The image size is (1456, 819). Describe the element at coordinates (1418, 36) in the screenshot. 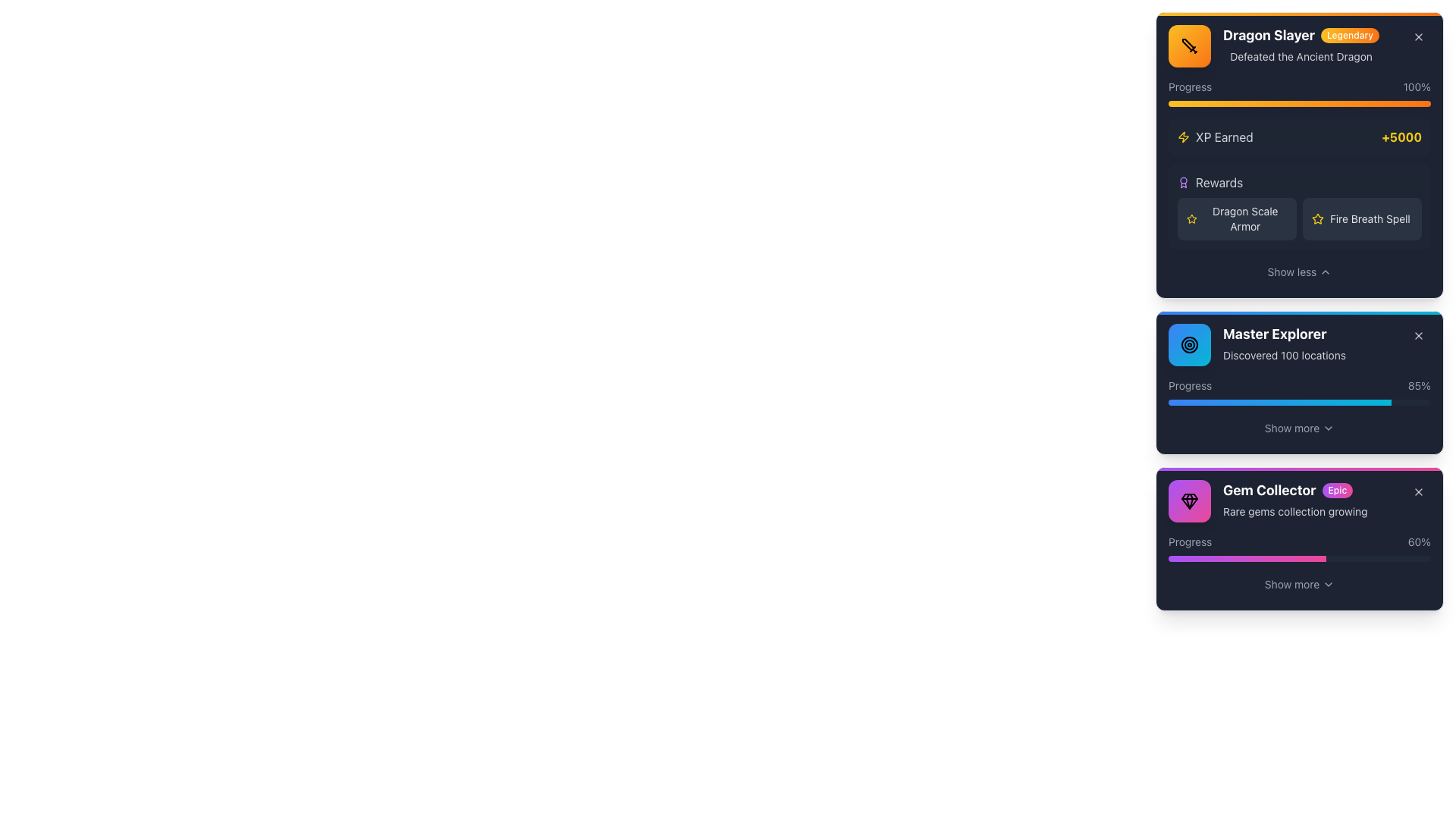

I see `the 'X' icon button in the top-right corner of the 'Dragon Slayer' card` at that location.